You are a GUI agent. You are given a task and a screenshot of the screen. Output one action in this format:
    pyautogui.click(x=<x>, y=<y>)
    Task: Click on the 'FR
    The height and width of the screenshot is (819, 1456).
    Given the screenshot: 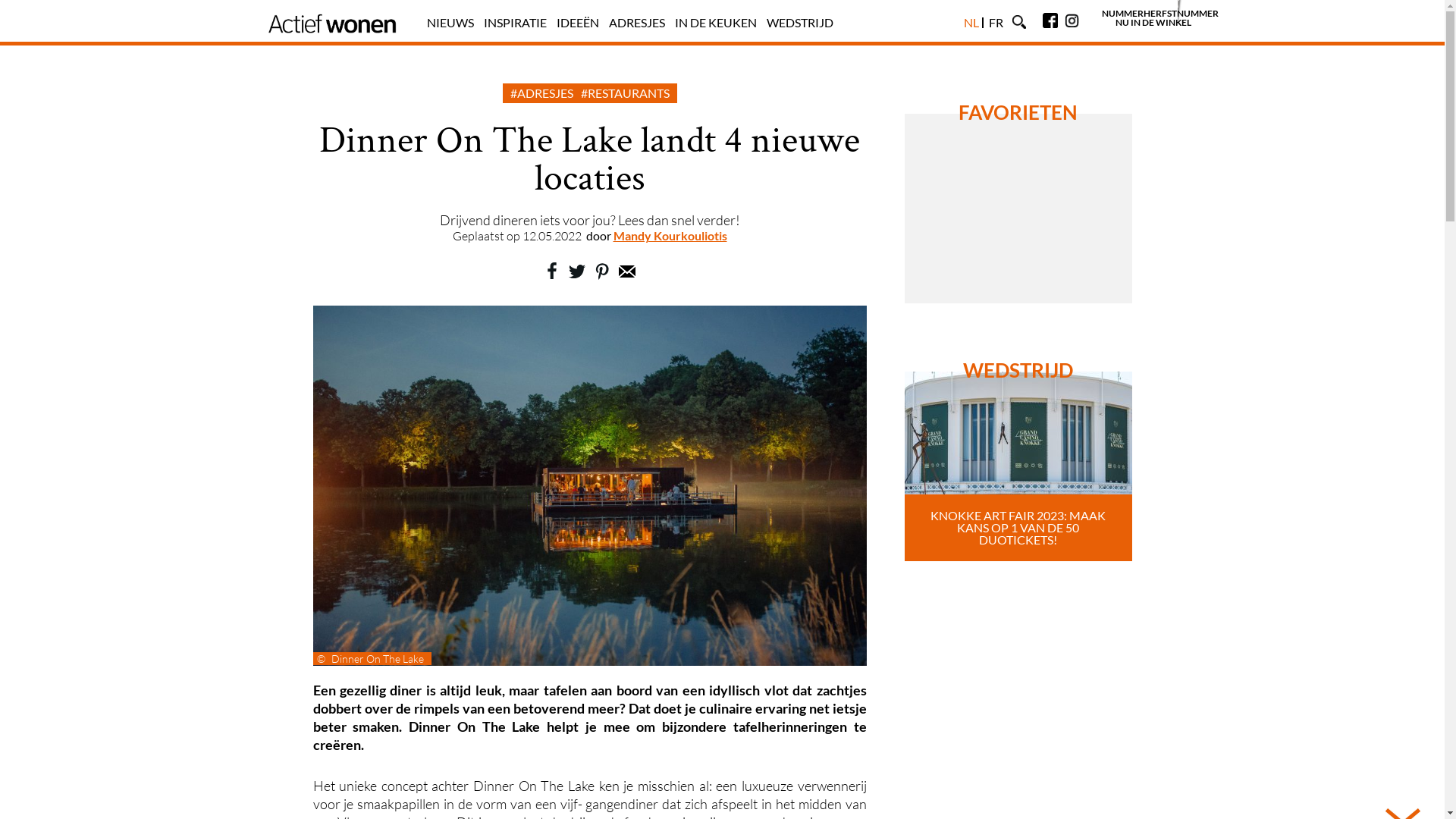 What is the action you would take?
    pyautogui.click(x=996, y=22)
    